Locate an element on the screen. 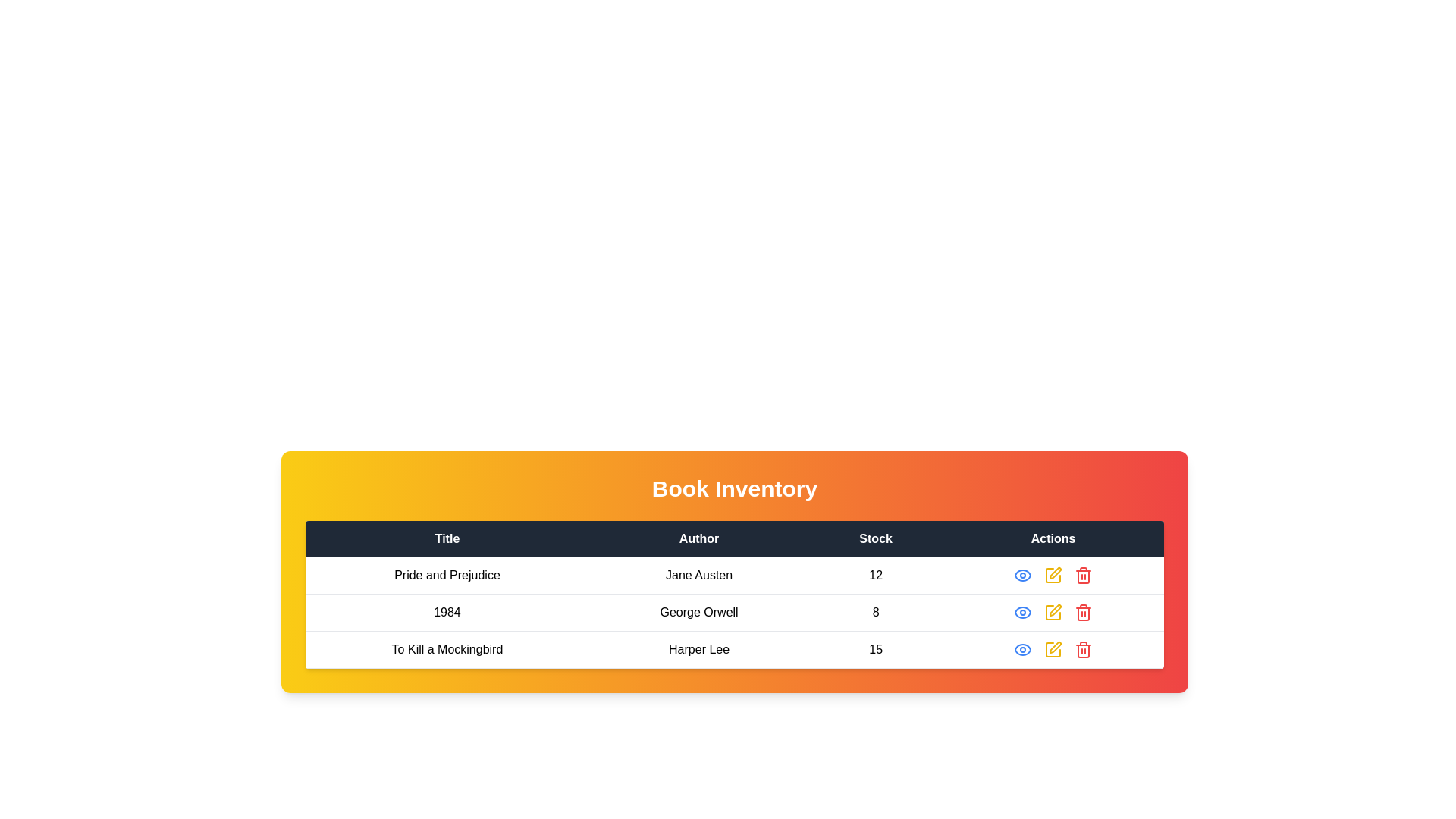  the red outlined trash icon button in the Actions column of the second row, which is associated with the book titled '1984', to observe its interactive styling is located at coordinates (1083, 611).